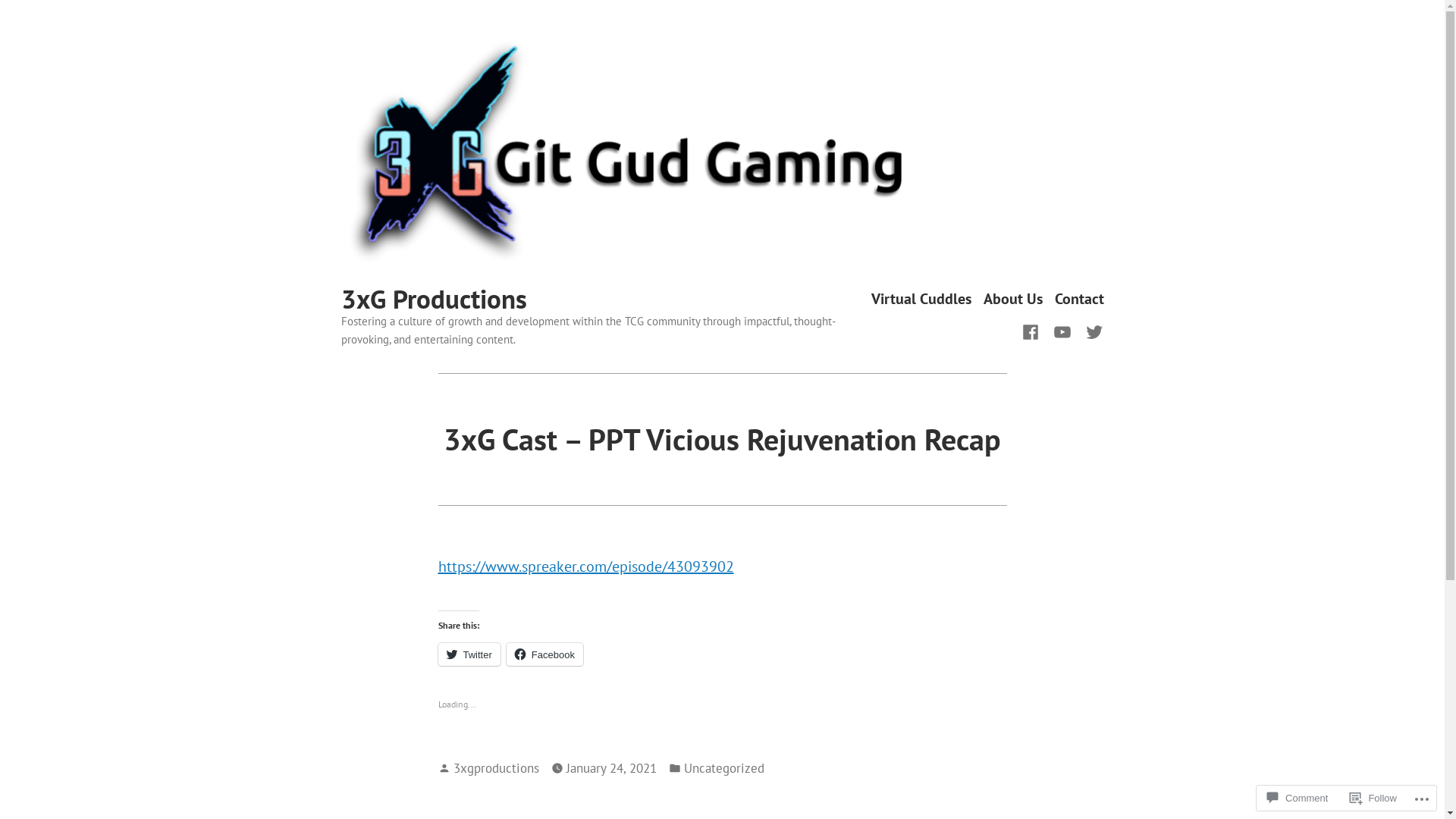 The width and height of the screenshot is (1456, 819). I want to click on 'January 24, 2021', so click(610, 768).